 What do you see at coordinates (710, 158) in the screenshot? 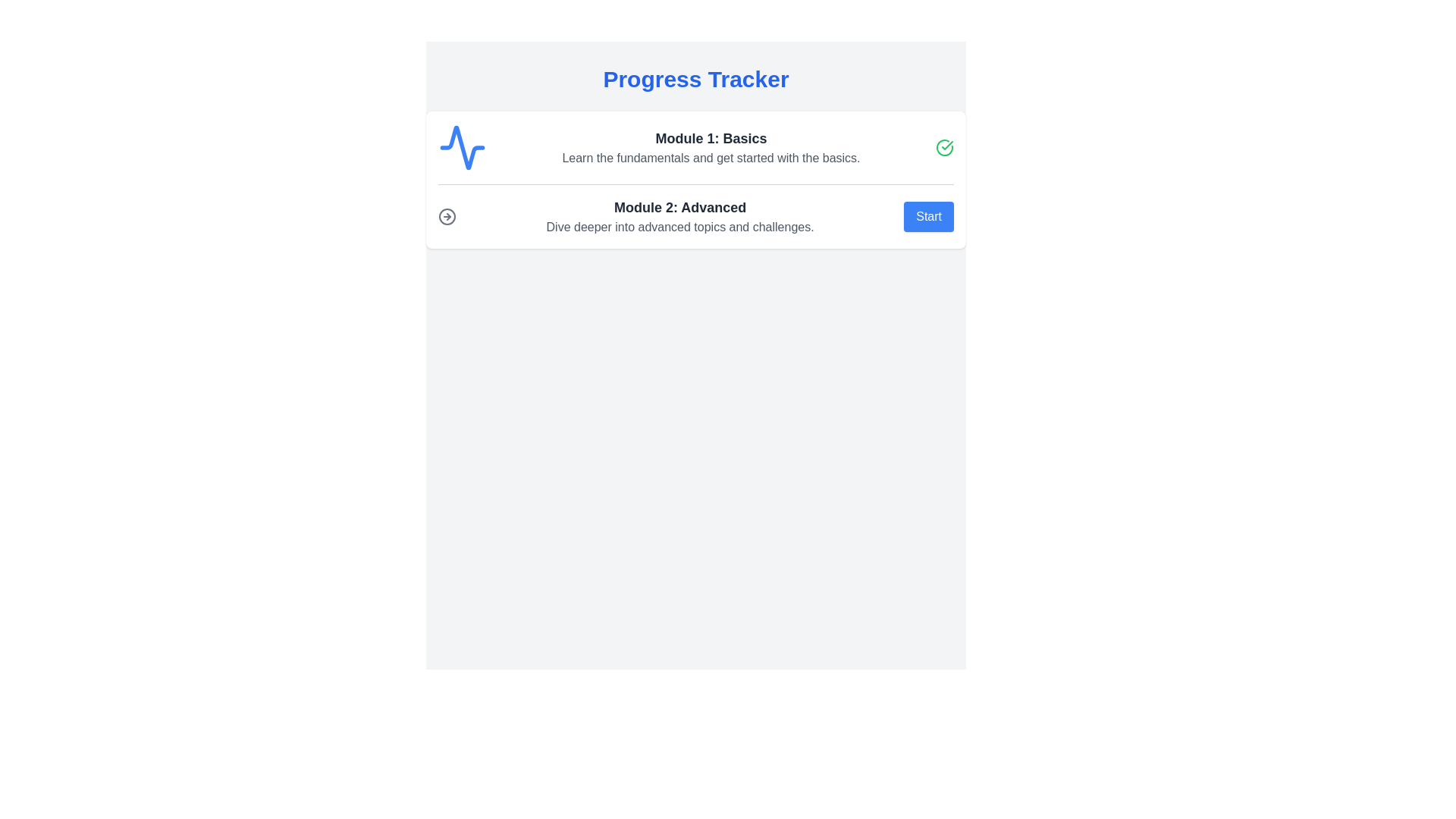
I see `text located directly below the 'Module 1: Basics' title in the module's section, providing context about the module's purpose` at bounding box center [710, 158].